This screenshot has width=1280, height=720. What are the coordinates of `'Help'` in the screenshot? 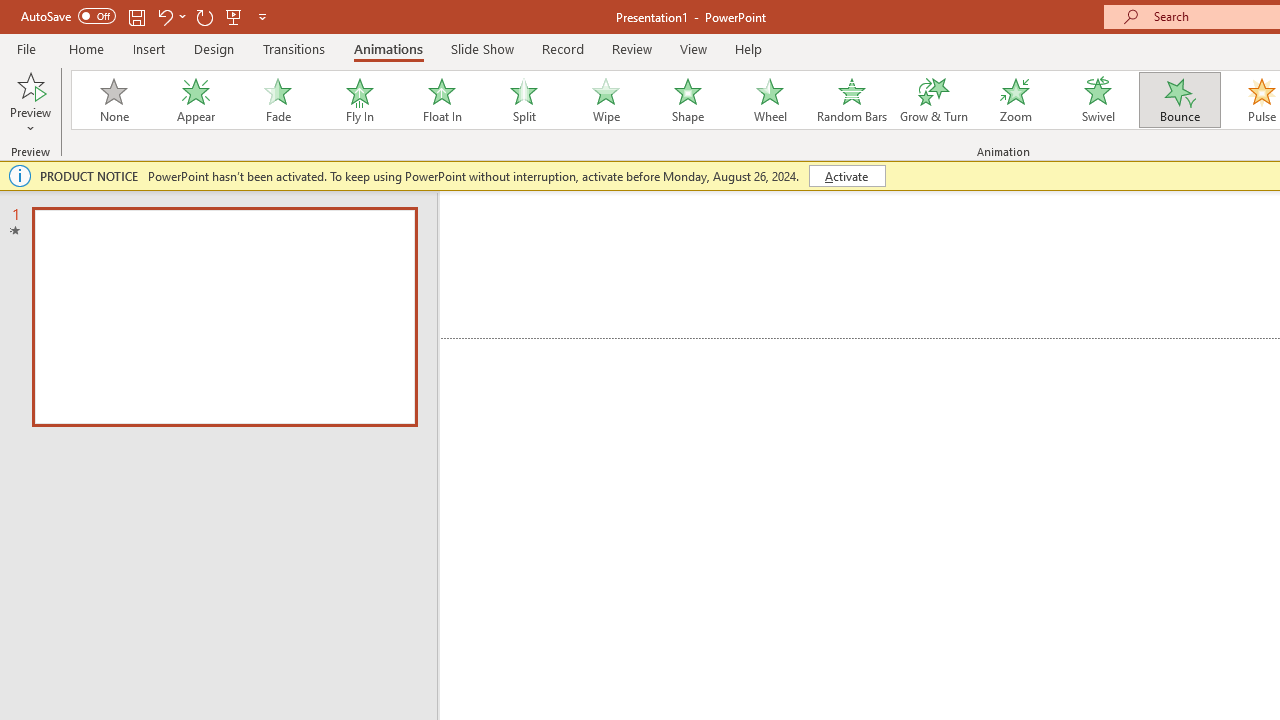 It's located at (747, 48).